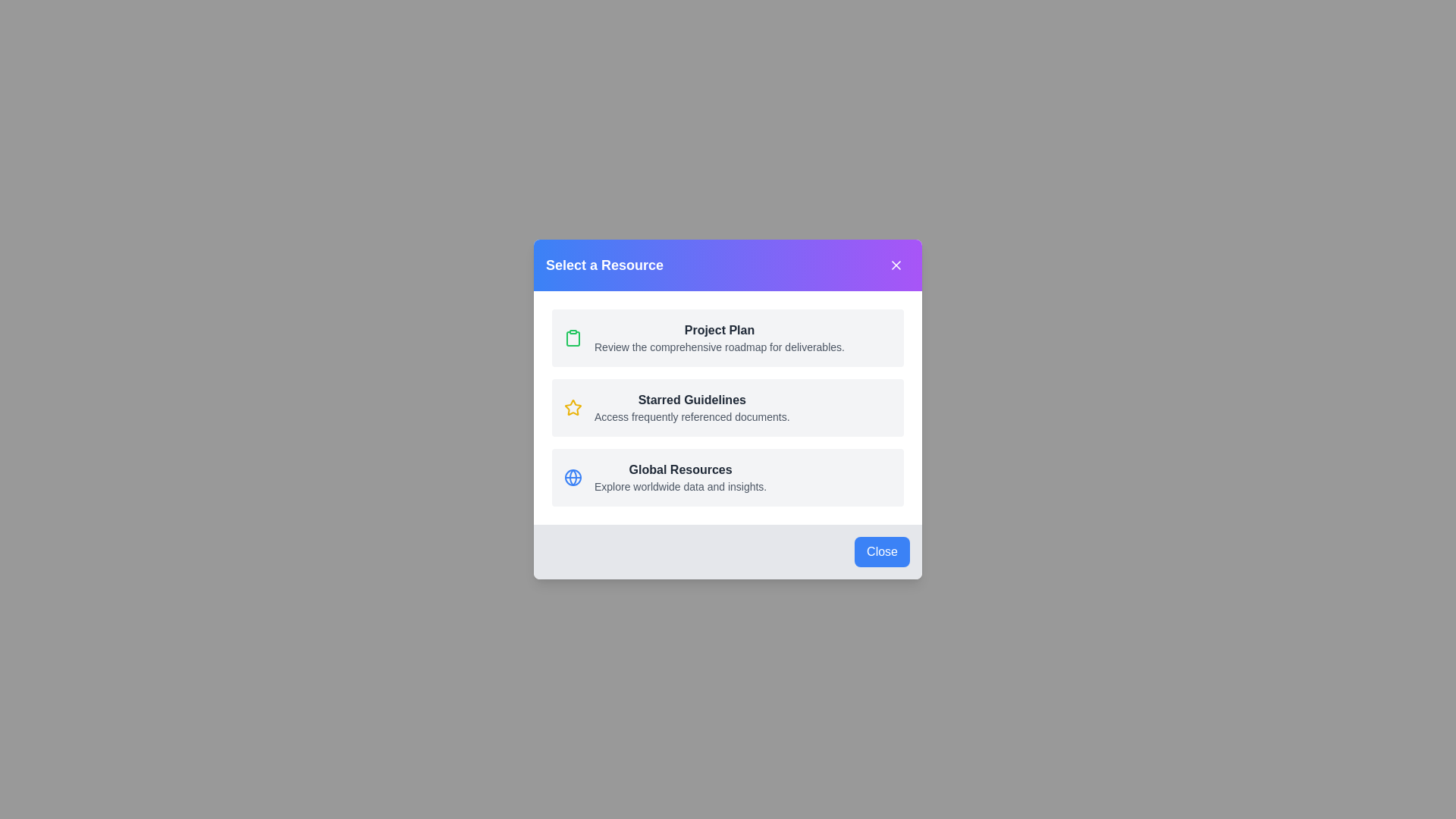 The height and width of the screenshot is (819, 1456). What do you see at coordinates (572, 476) in the screenshot?
I see `the icon for Global Resources` at bounding box center [572, 476].